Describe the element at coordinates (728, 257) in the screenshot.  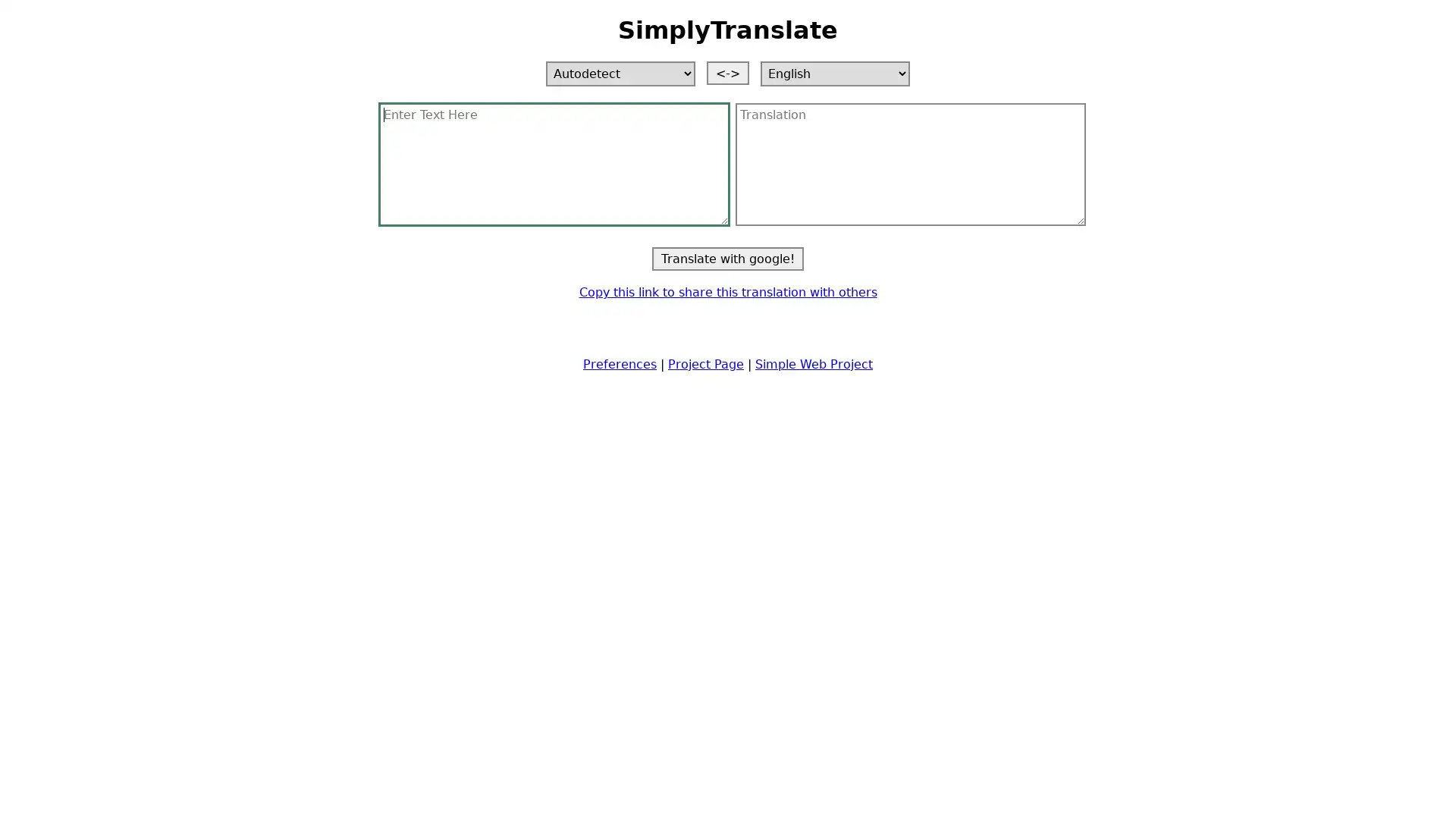
I see `Translate with google!` at that location.